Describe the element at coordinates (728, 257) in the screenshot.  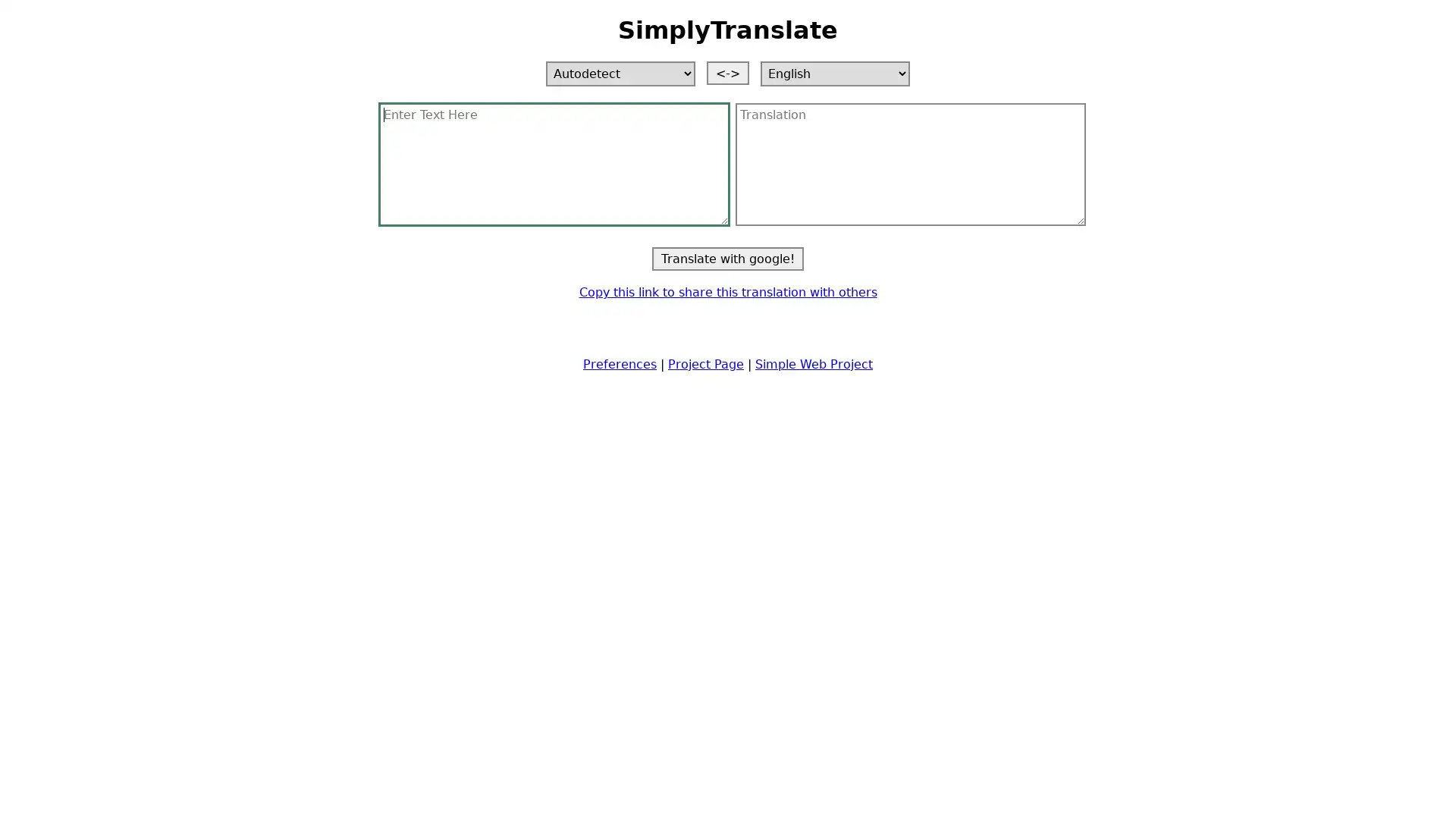
I see `Translate with google!` at that location.